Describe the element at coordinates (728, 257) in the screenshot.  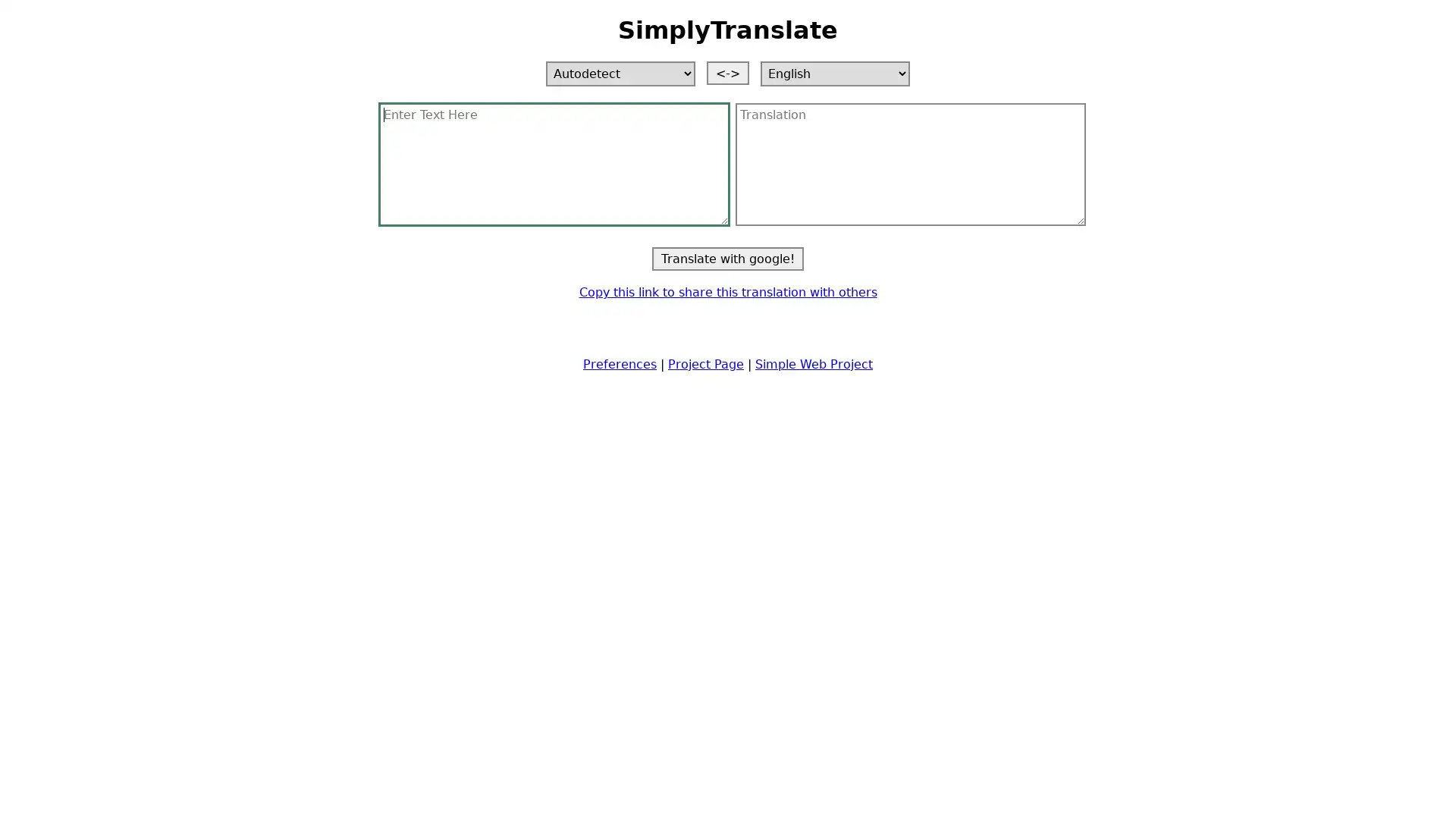
I see `Translate with google!` at that location.